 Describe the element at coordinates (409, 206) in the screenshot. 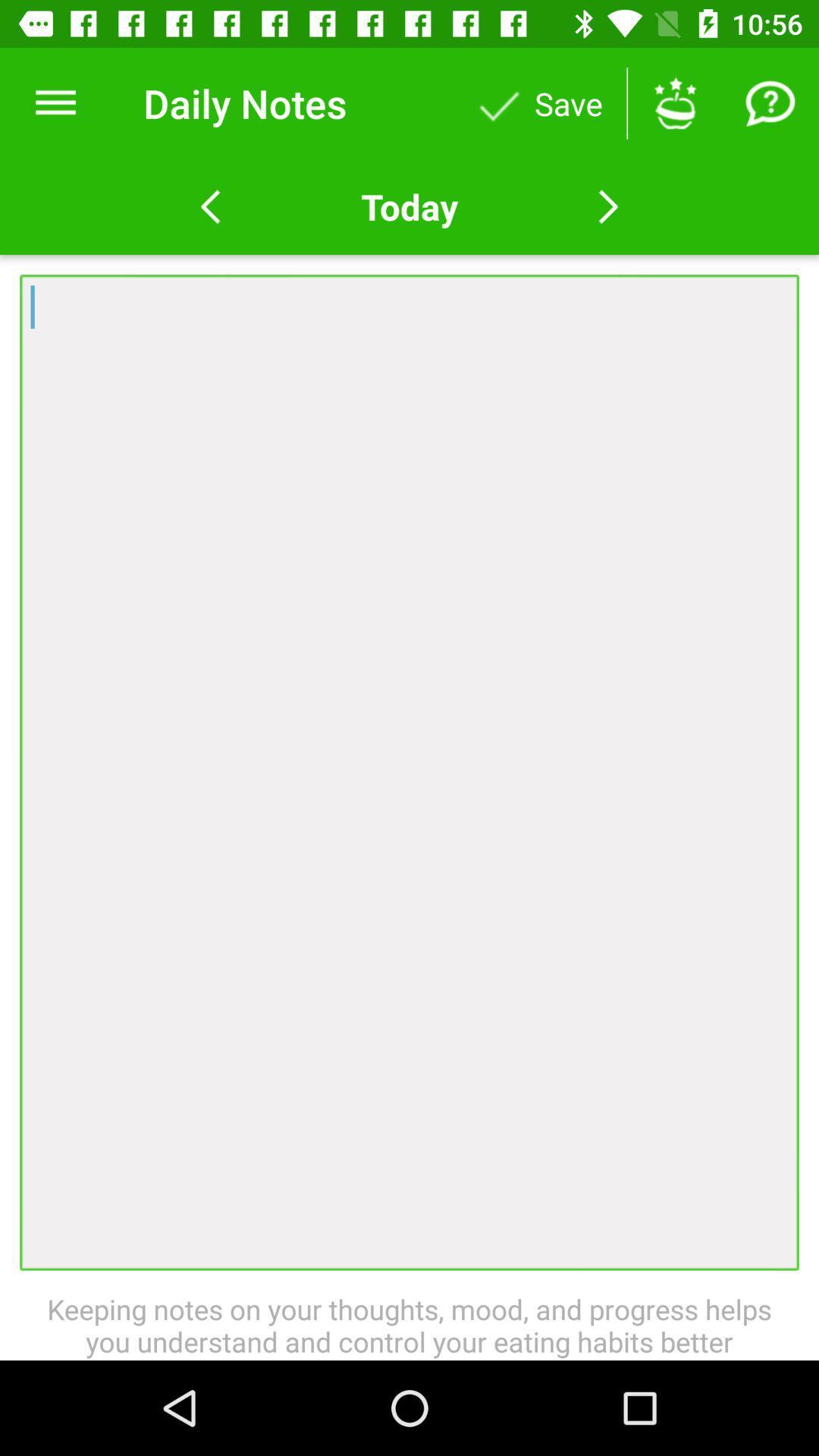

I see `item below the daily notes` at that location.